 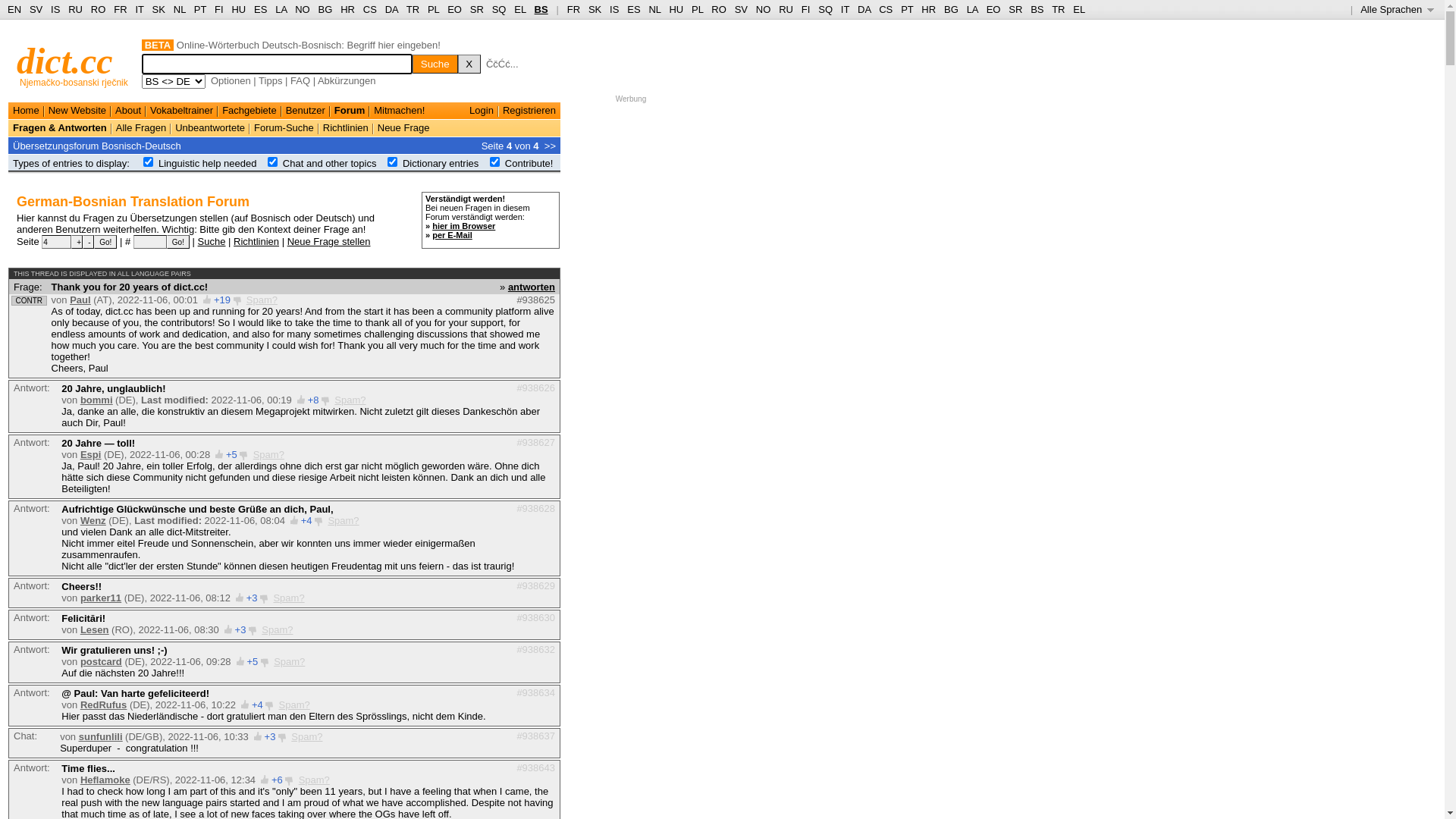 I want to click on '+19', so click(x=213, y=300).